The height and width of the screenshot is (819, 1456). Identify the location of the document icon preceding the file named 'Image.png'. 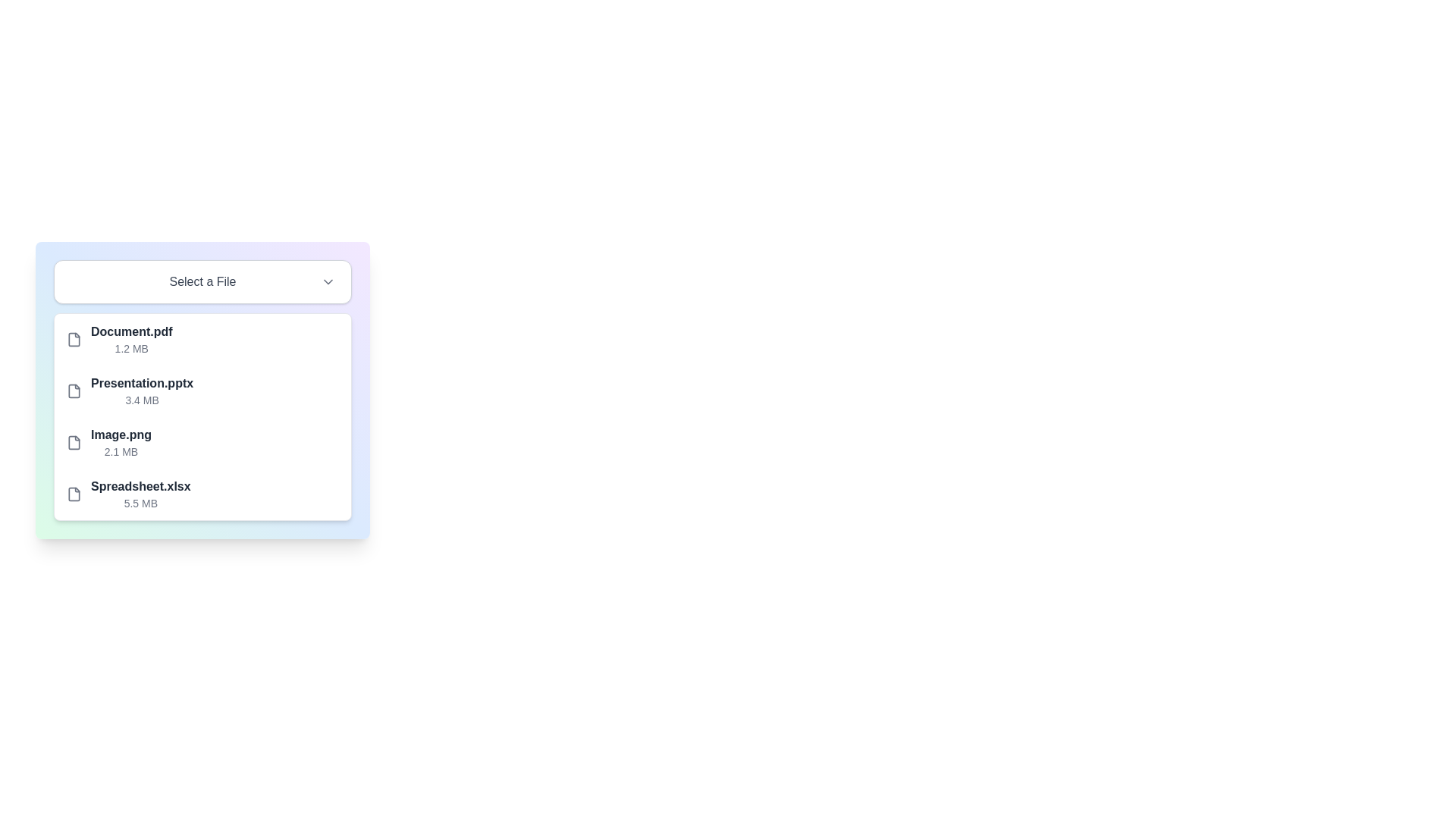
(73, 442).